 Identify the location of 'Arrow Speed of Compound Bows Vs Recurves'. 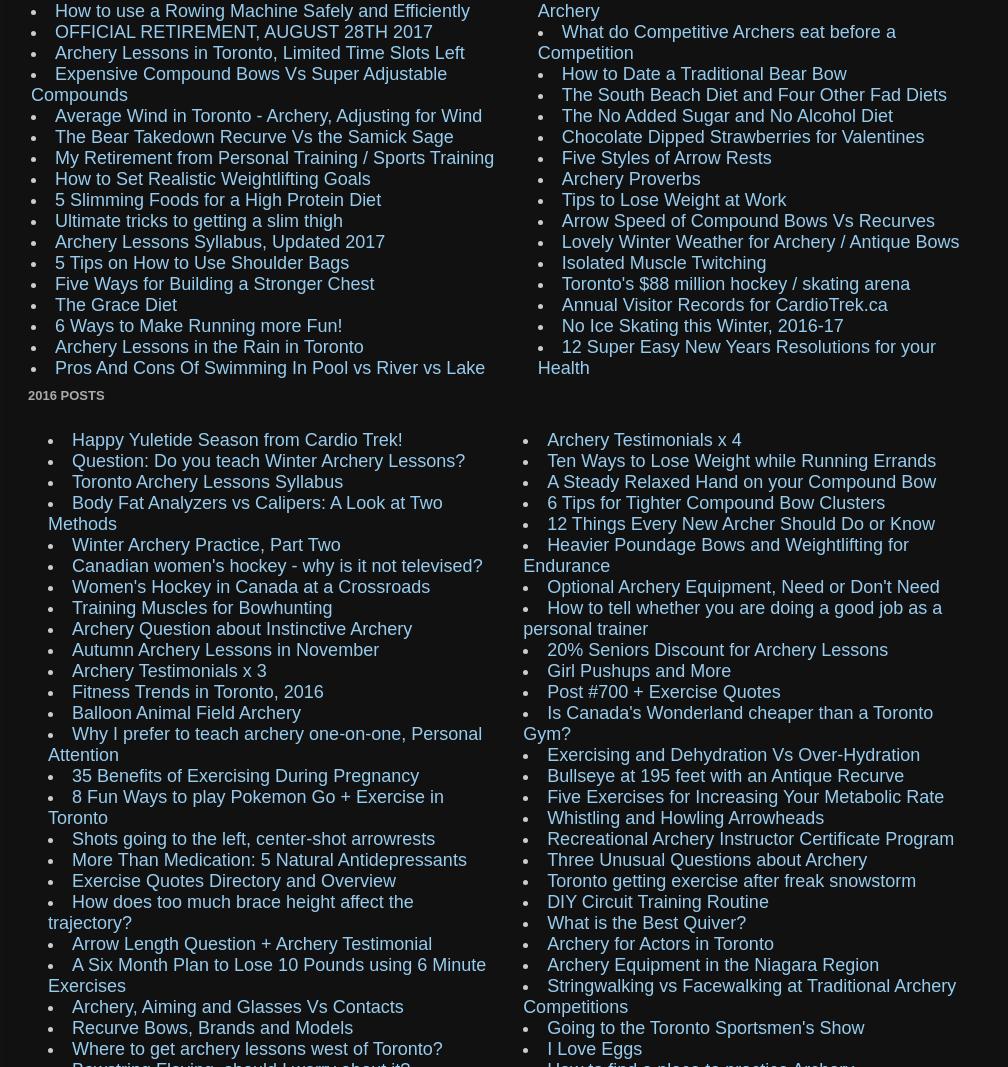
(560, 220).